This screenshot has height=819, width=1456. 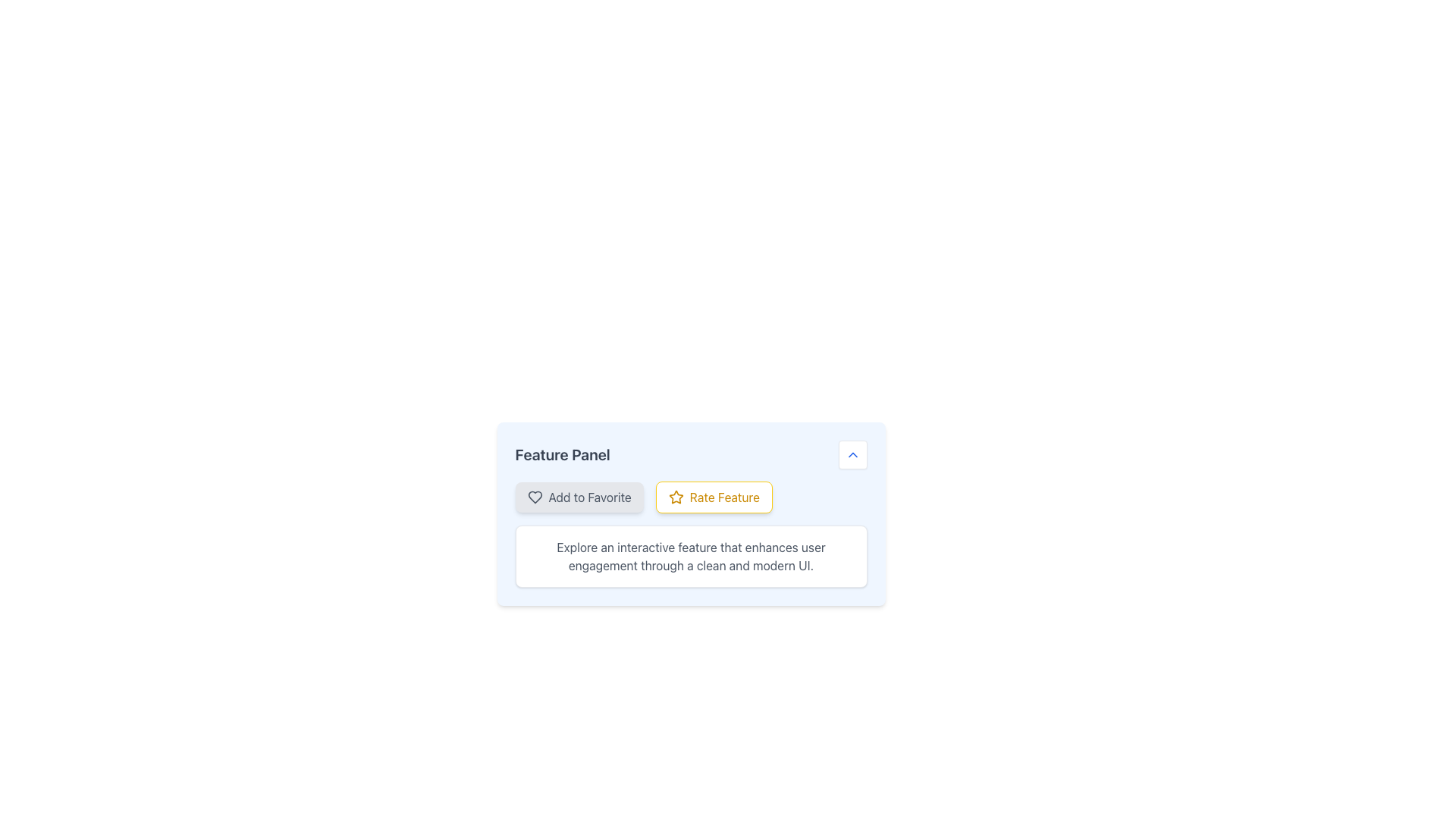 What do you see at coordinates (675, 497) in the screenshot?
I see `the star-shaped icon within the 'Rate Feature' button` at bounding box center [675, 497].